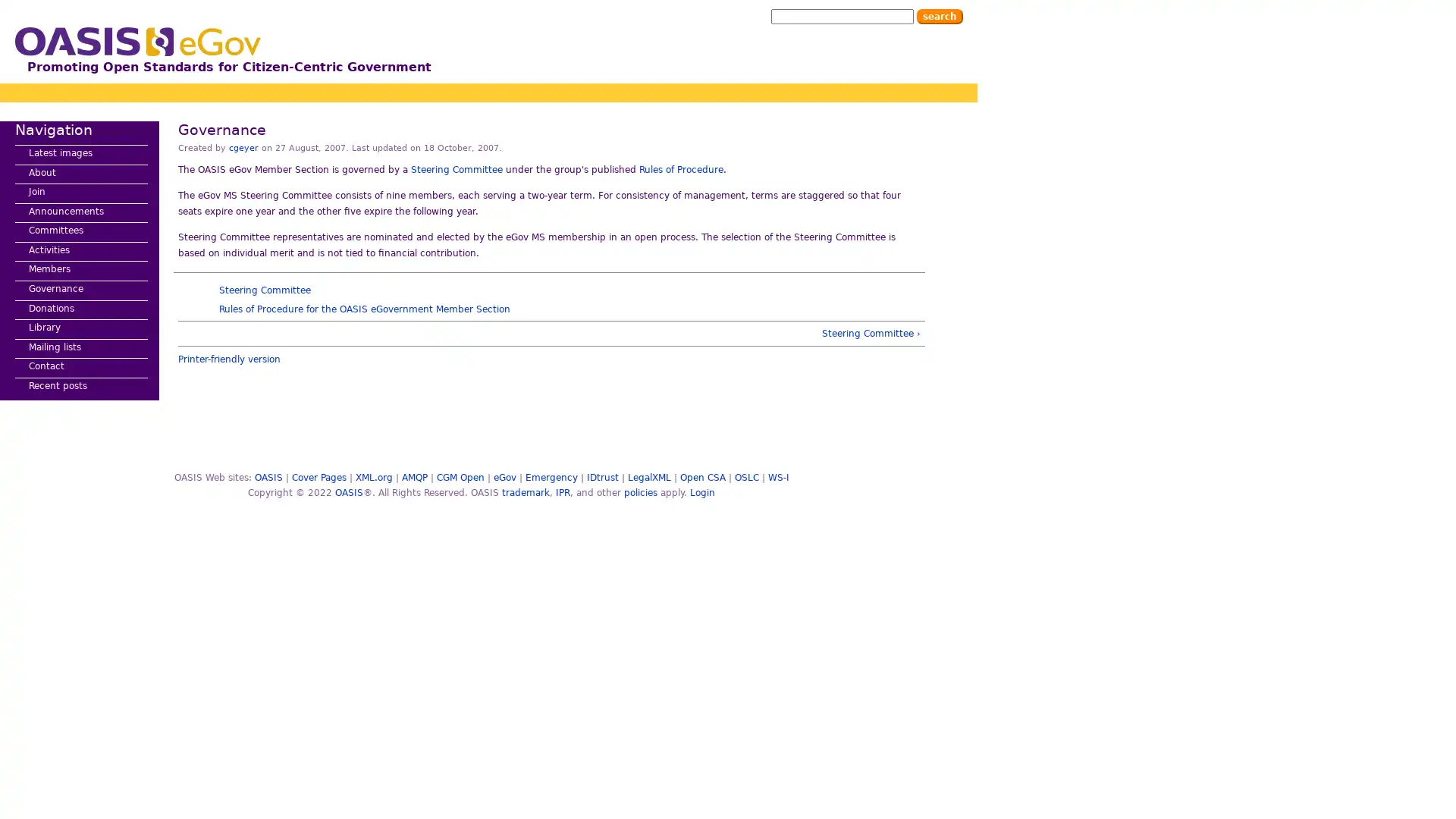 This screenshot has height=819, width=1456. I want to click on Search, so click(939, 17).